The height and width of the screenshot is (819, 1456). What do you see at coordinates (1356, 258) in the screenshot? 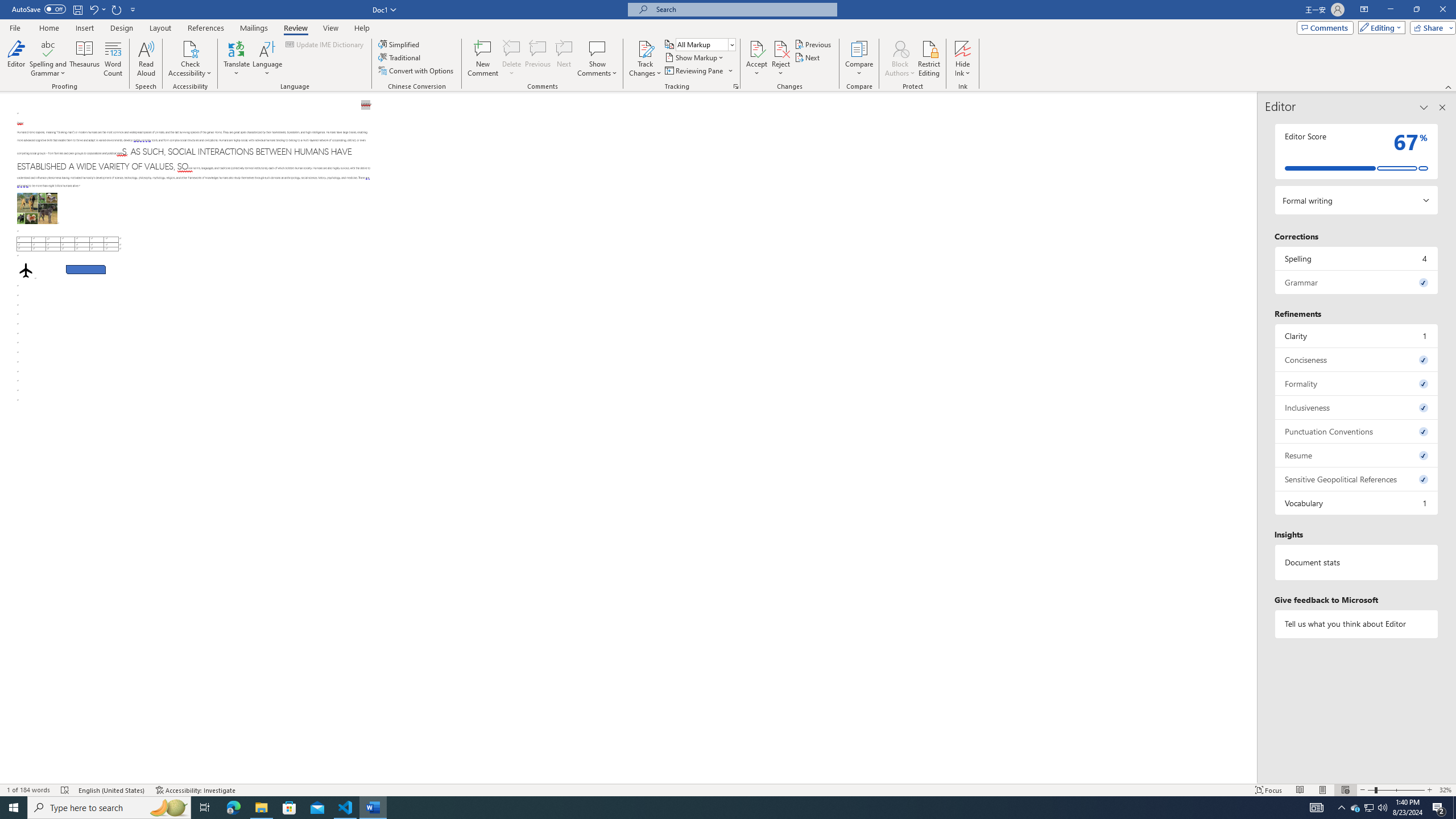
I see `'Spelling, 4 issues. Press space or enter to review items.'` at bounding box center [1356, 258].